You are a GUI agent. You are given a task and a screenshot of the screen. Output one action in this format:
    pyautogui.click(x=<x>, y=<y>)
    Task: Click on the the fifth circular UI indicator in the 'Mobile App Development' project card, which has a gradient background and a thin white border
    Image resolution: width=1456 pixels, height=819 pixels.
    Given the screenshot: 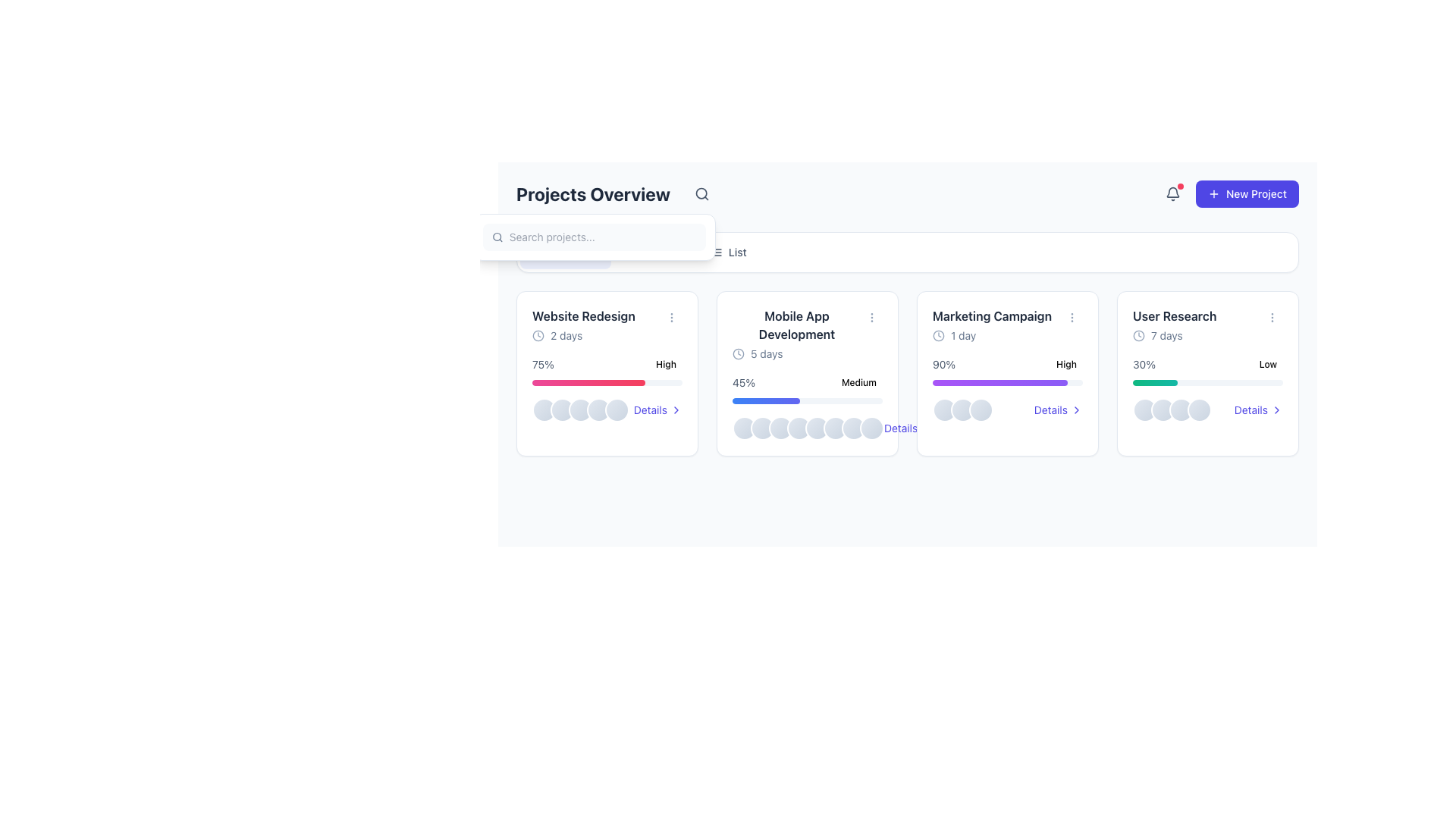 What is the action you would take?
    pyautogui.click(x=817, y=428)
    